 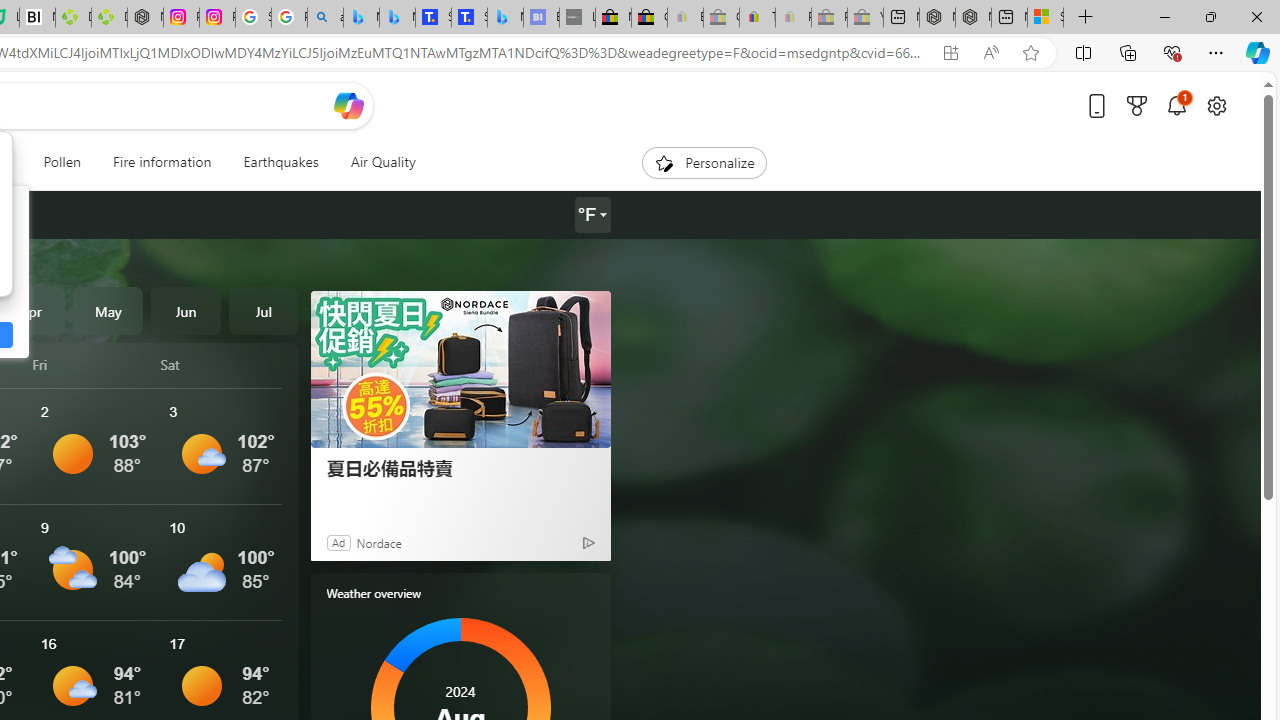 I want to click on 'Descarga Driver Updater', so click(x=108, y=17).